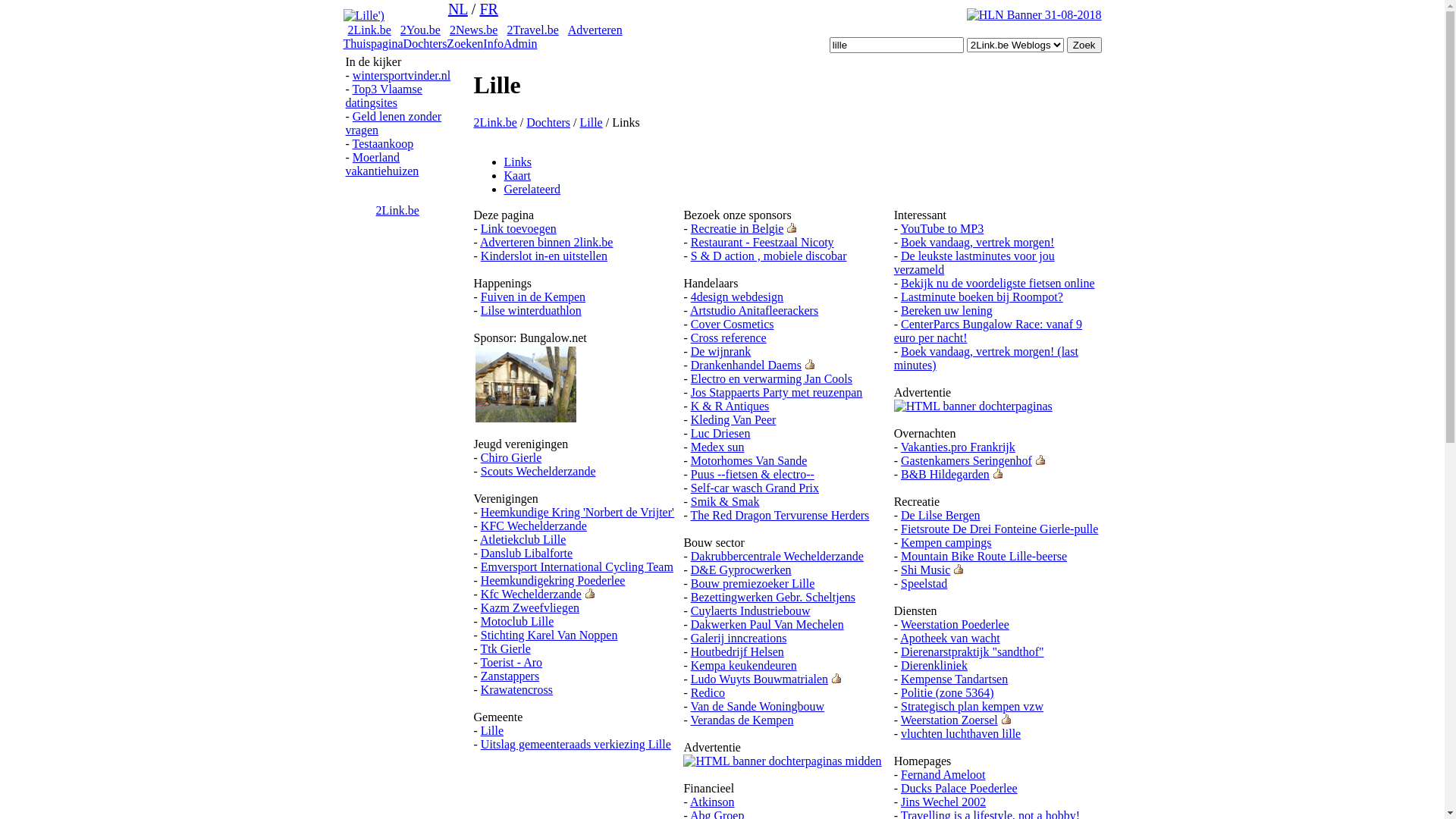  Describe the element at coordinates (724, 501) in the screenshot. I see `'Smik & Smak'` at that location.